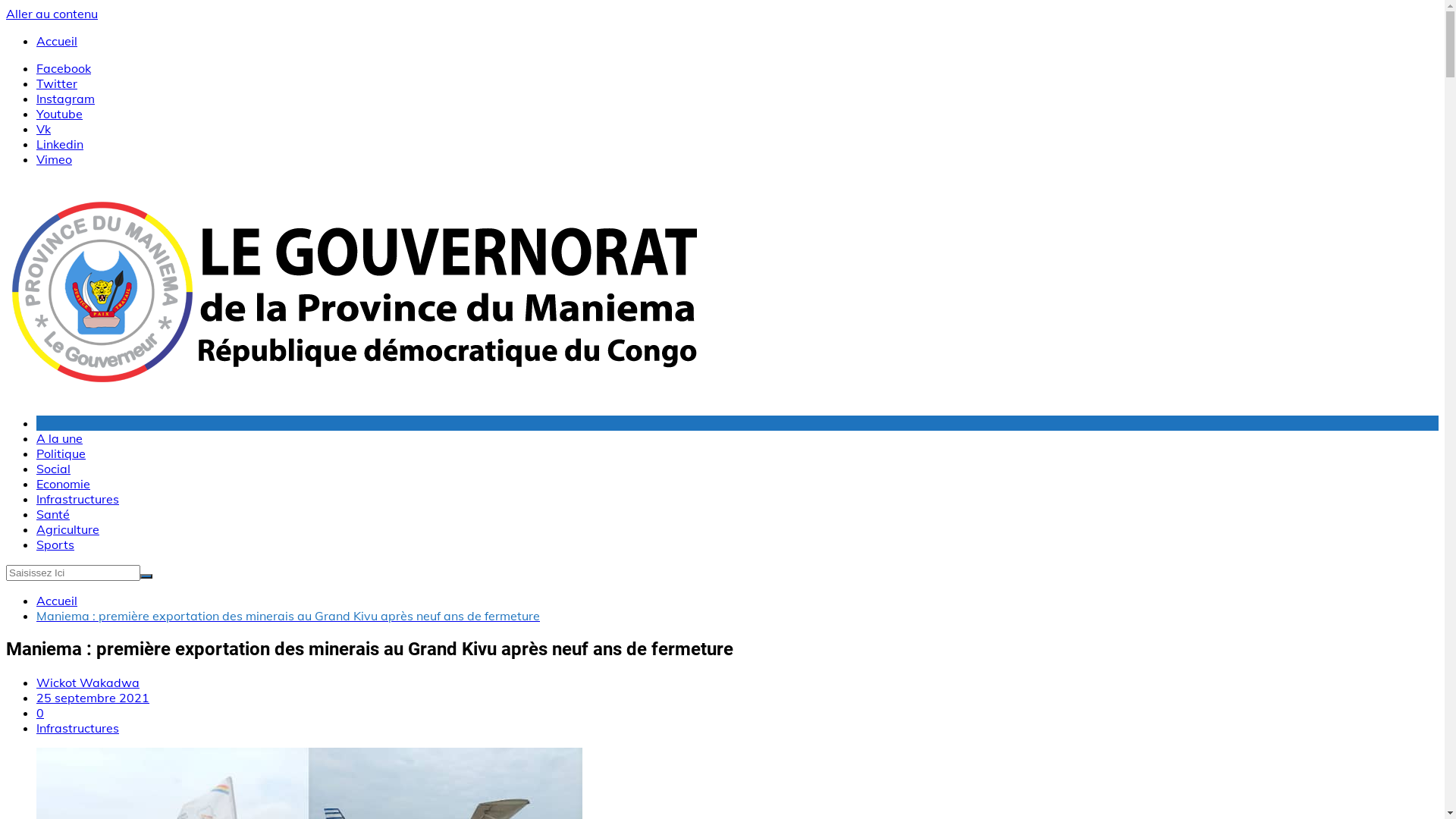  I want to click on 'Social', so click(53, 467).